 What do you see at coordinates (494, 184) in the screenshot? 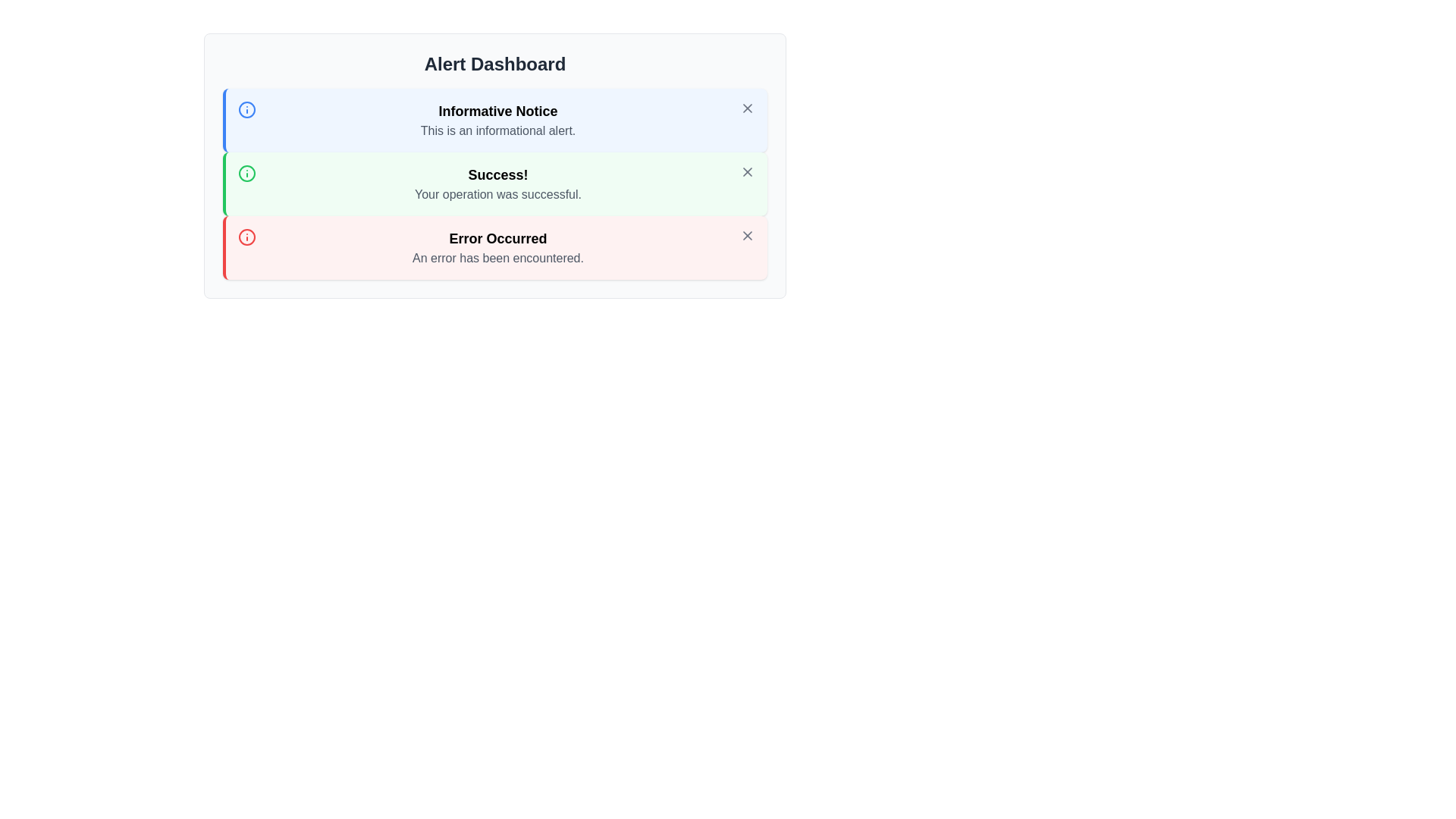
I see `the Informational Alert displaying the success message 'Success! Your operation was successful.' which has a green left border and light green background` at bounding box center [494, 184].